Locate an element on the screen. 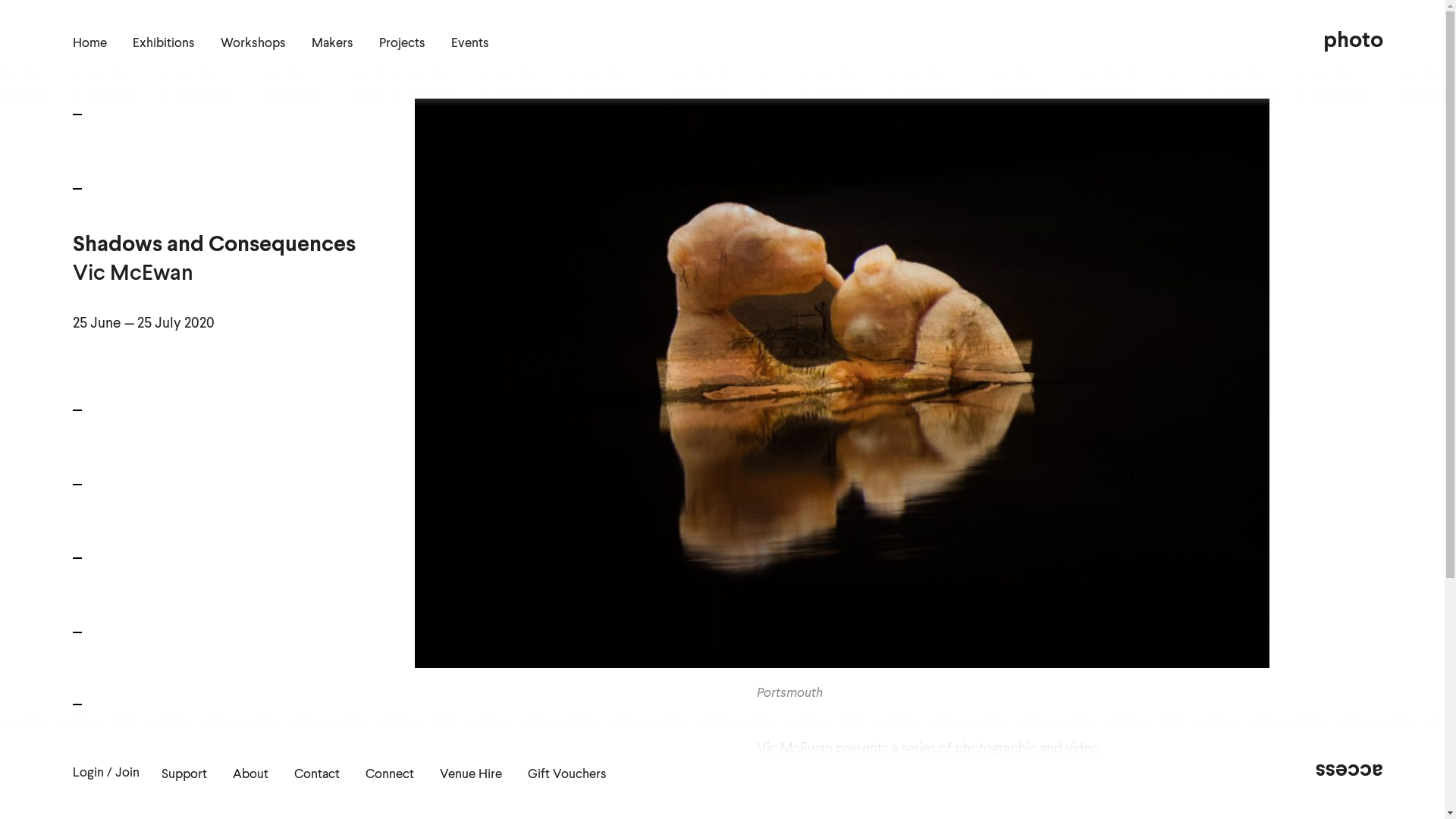 The height and width of the screenshot is (819, 1456). 'Gift Vouchers' is located at coordinates (528, 774).